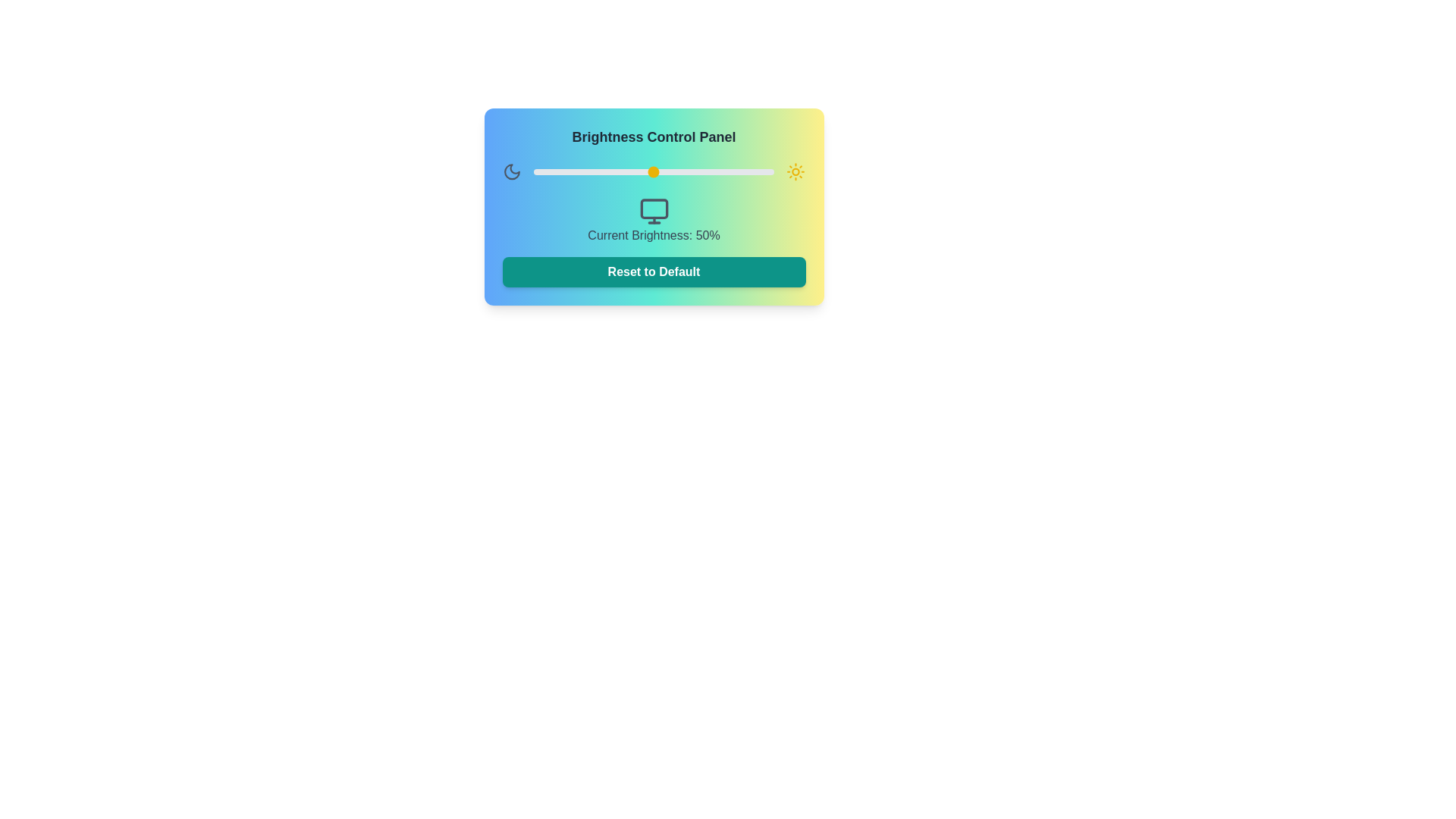  Describe the element at coordinates (654, 271) in the screenshot. I see `the 'Reset to Default' button with a teal background and white bold text to observe the hover effect` at that location.